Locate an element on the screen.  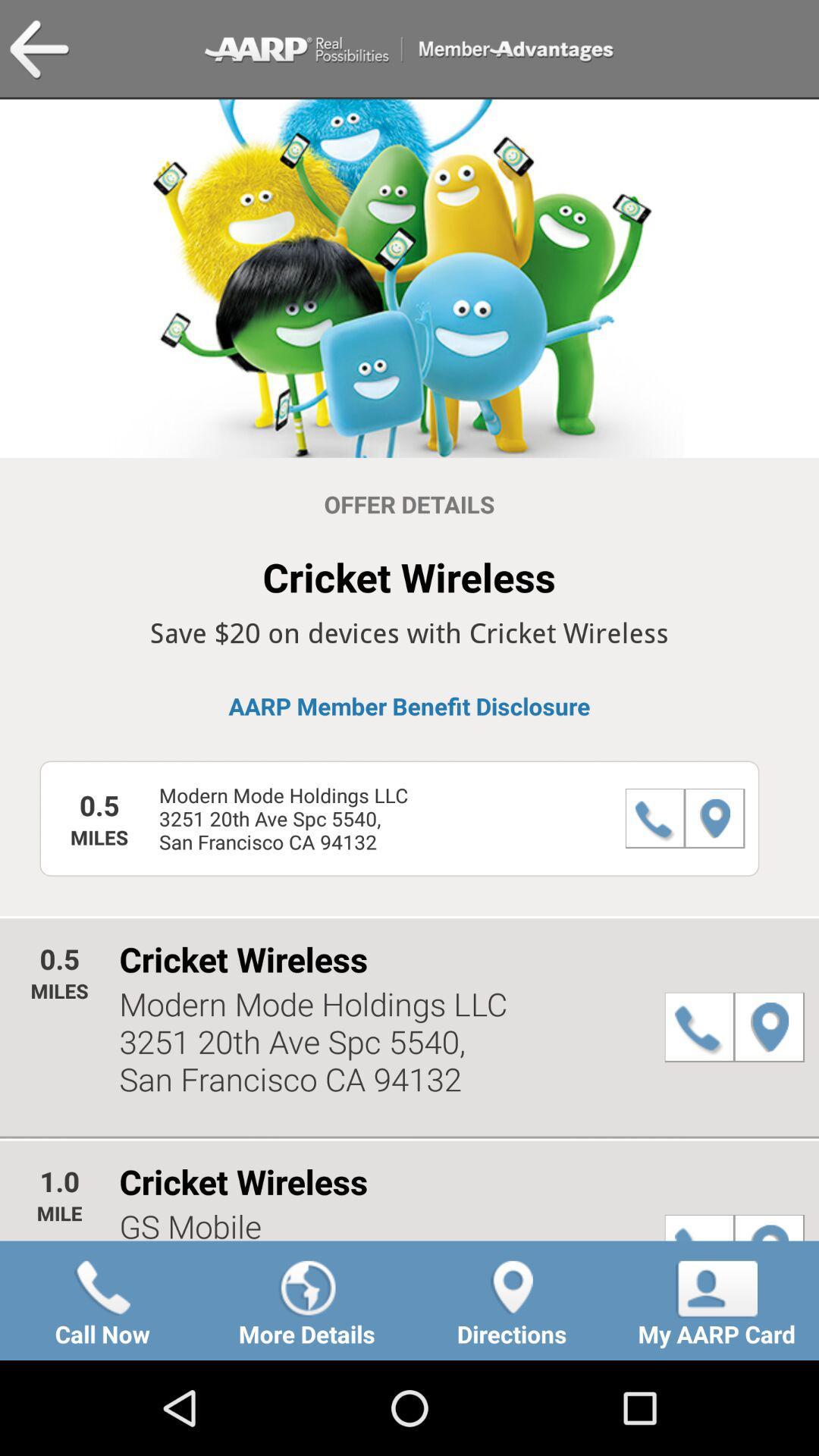
the call icon is located at coordinates (654, 876).